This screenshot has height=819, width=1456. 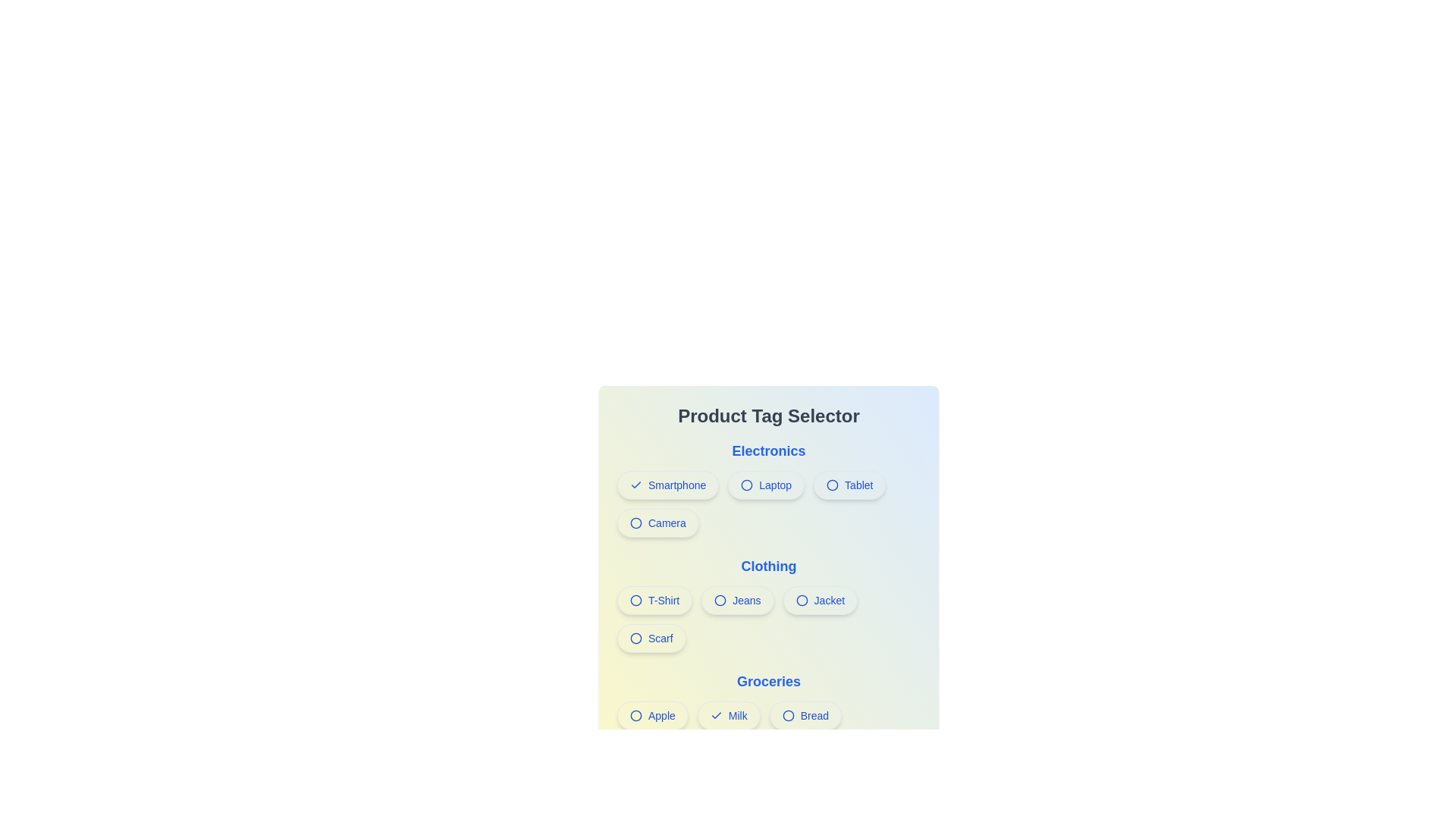 What do you see at coordinates (652, 716) in the screenshot?
I see `the 'Apple' Selectable tag button, which is a pill-shaped button with rounded edges and blue text` at bounding box center [652, 716].